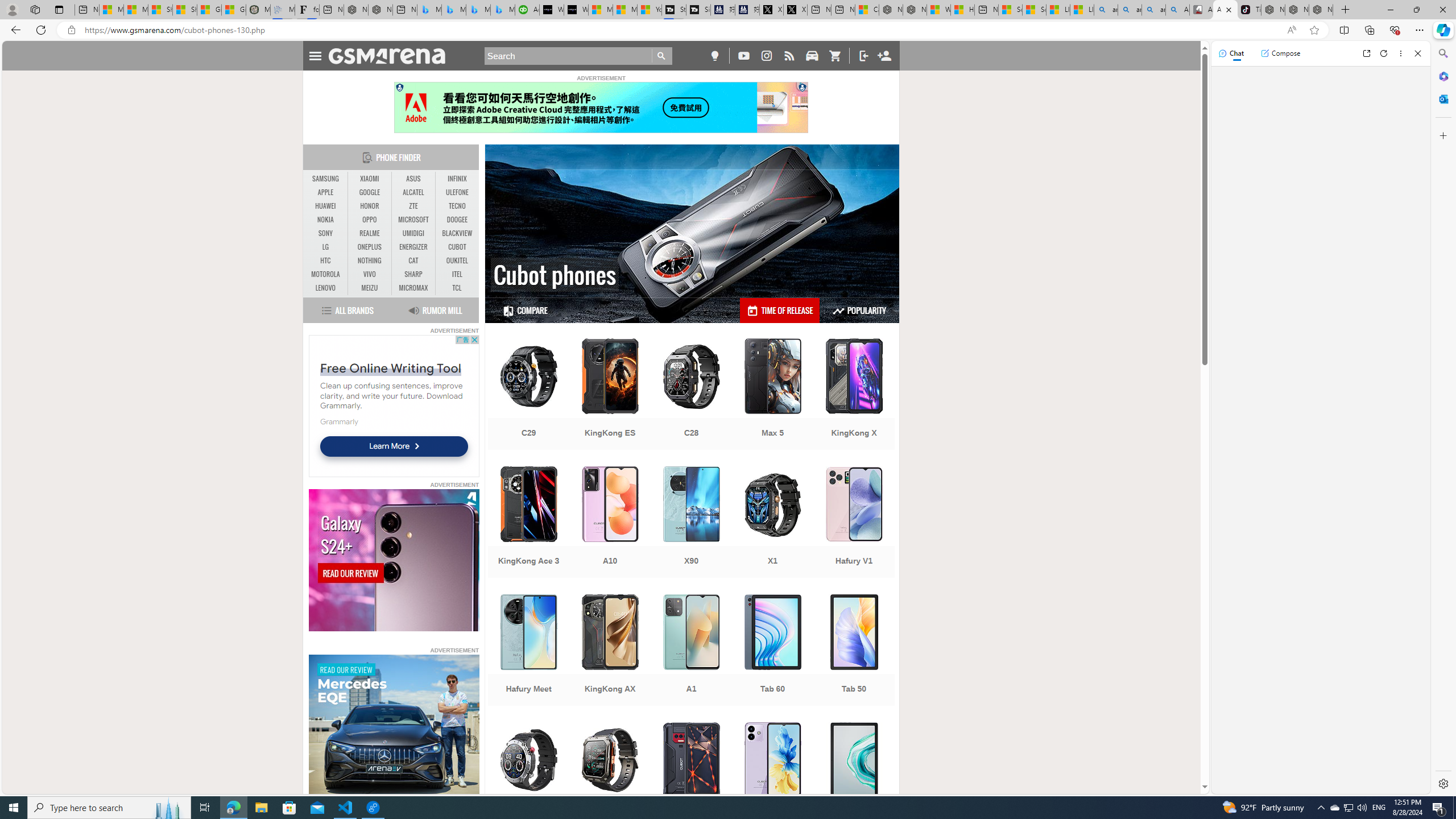 This screenshot has width=1456, height=819. I want to click on 'KingKong ES', so click(610, 395).